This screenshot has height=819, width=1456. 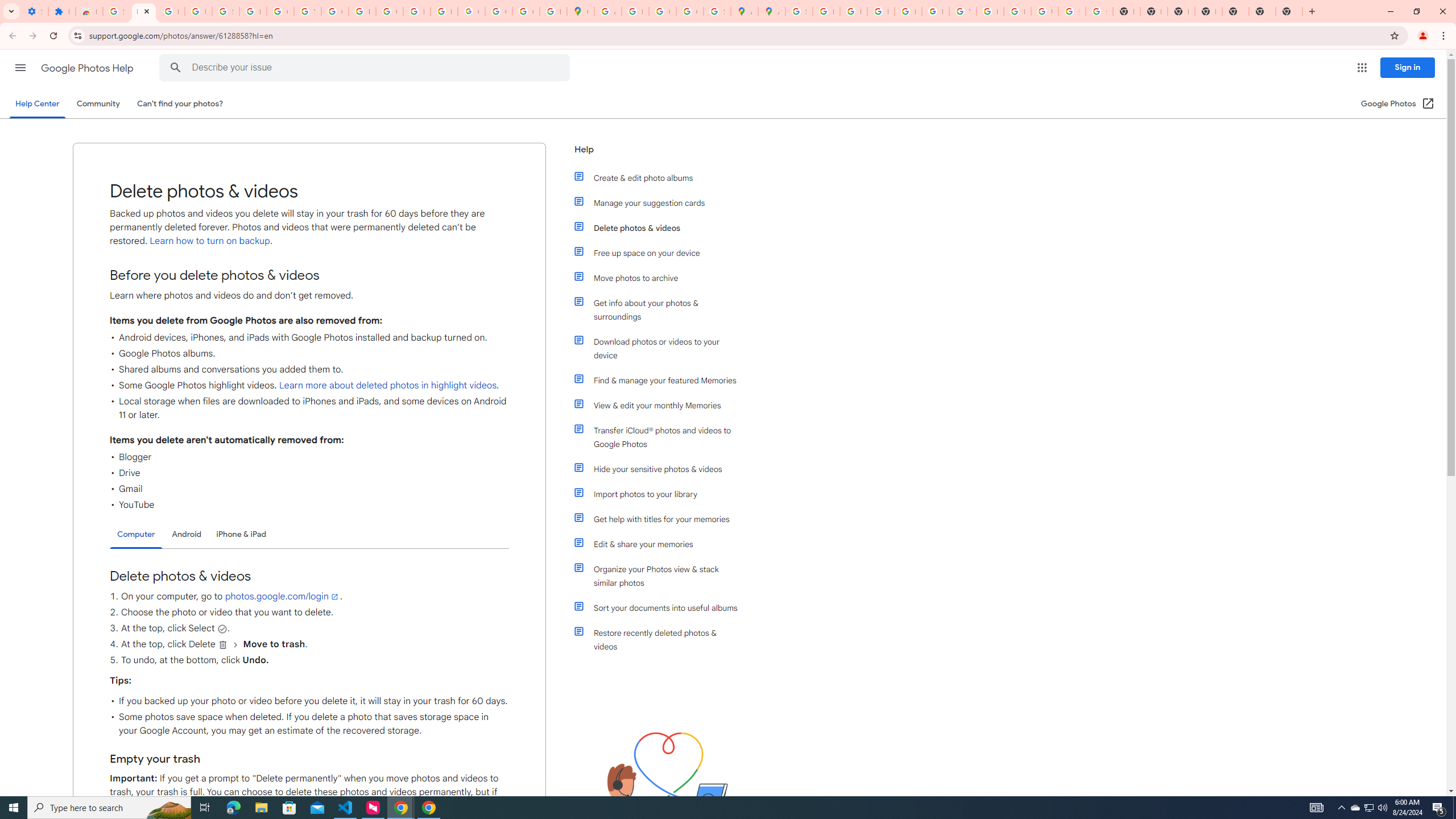 What do you see at coordinates (180, 103) in the screenshot?
I see `'Can'` at bounding box center [180, 103].